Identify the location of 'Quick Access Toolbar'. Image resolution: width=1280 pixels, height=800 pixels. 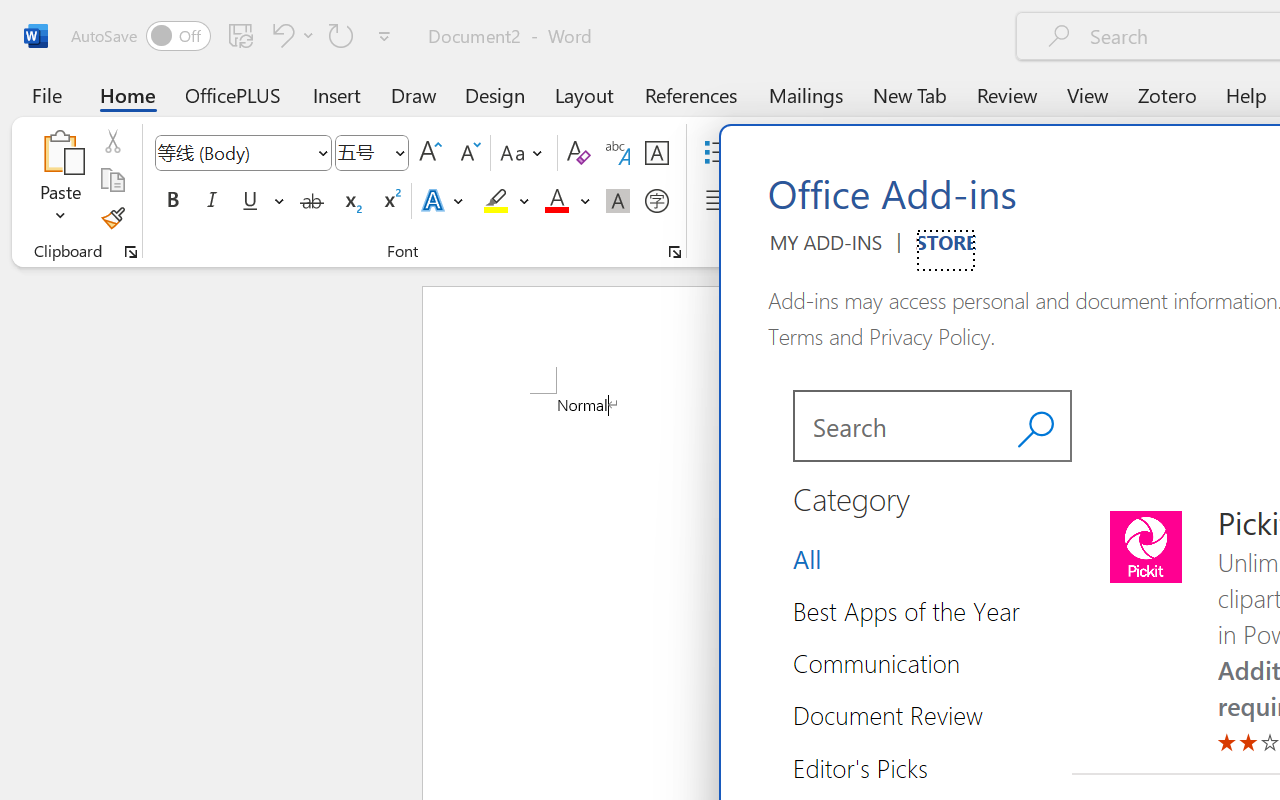
(234, 35).